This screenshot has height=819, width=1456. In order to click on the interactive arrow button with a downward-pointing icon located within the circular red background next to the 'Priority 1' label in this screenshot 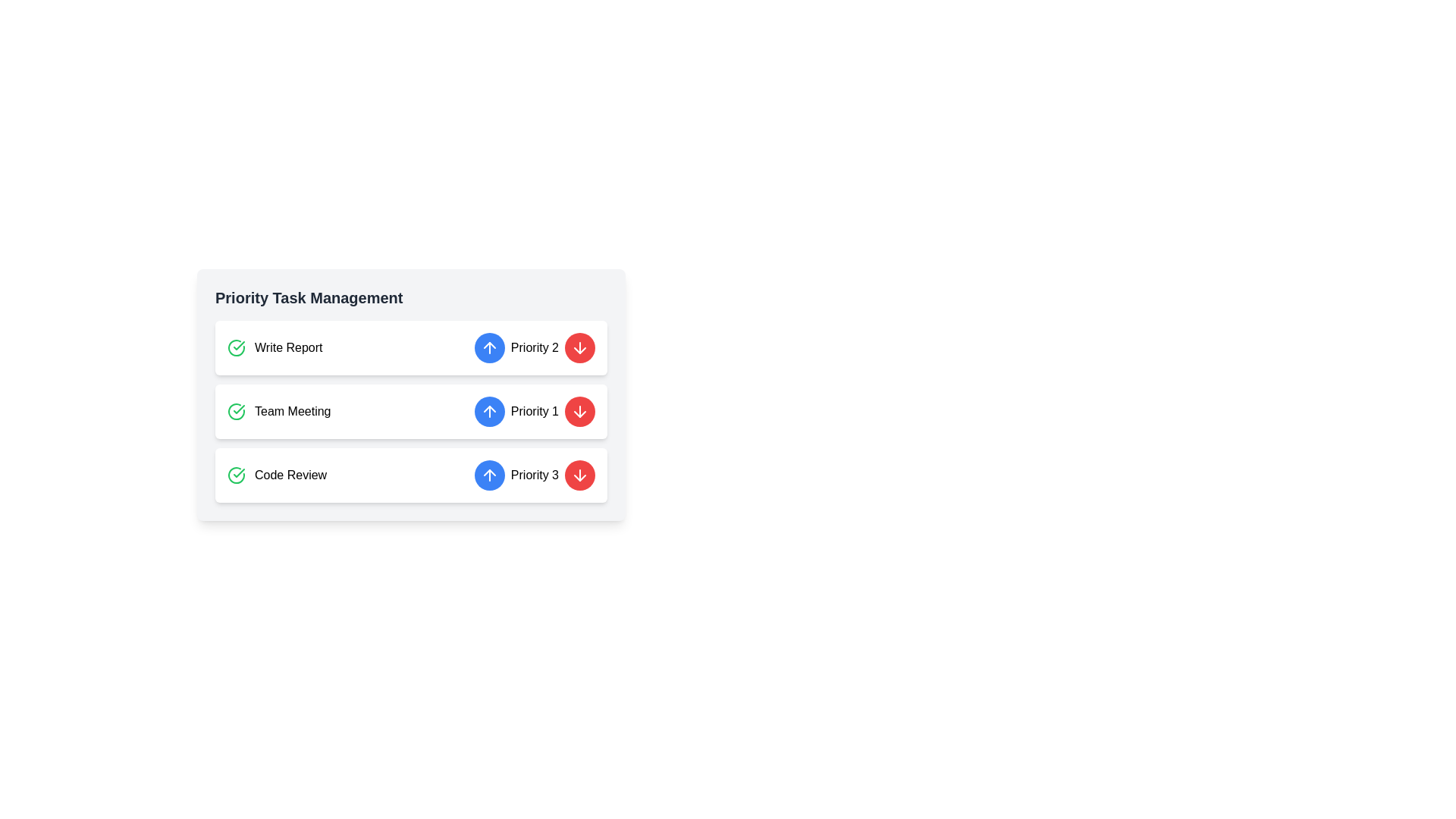, I will do `click(579, 348)`.